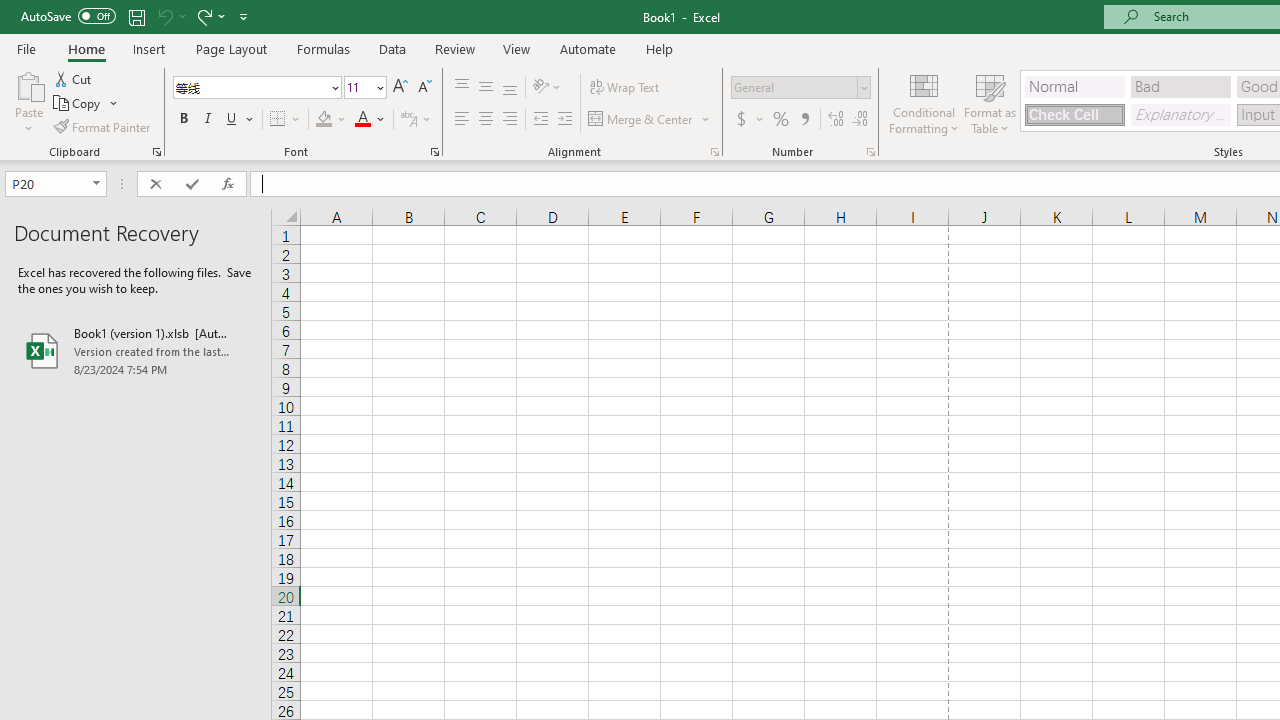 The width and height of the screenshot is (1280, 720). I want to click on 'Underline', so click(240, 119).